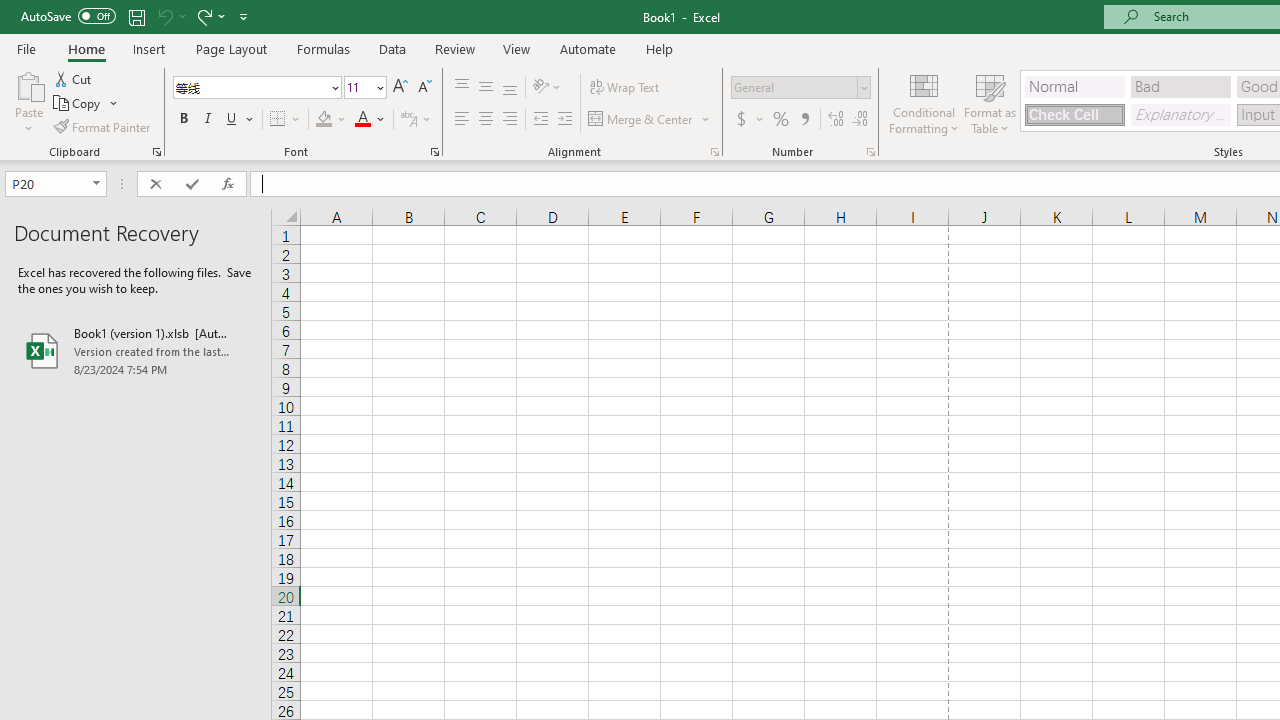 The width and height of the screenshot is (1280, 720). I want to click on 'Underline', so click(240, 119).